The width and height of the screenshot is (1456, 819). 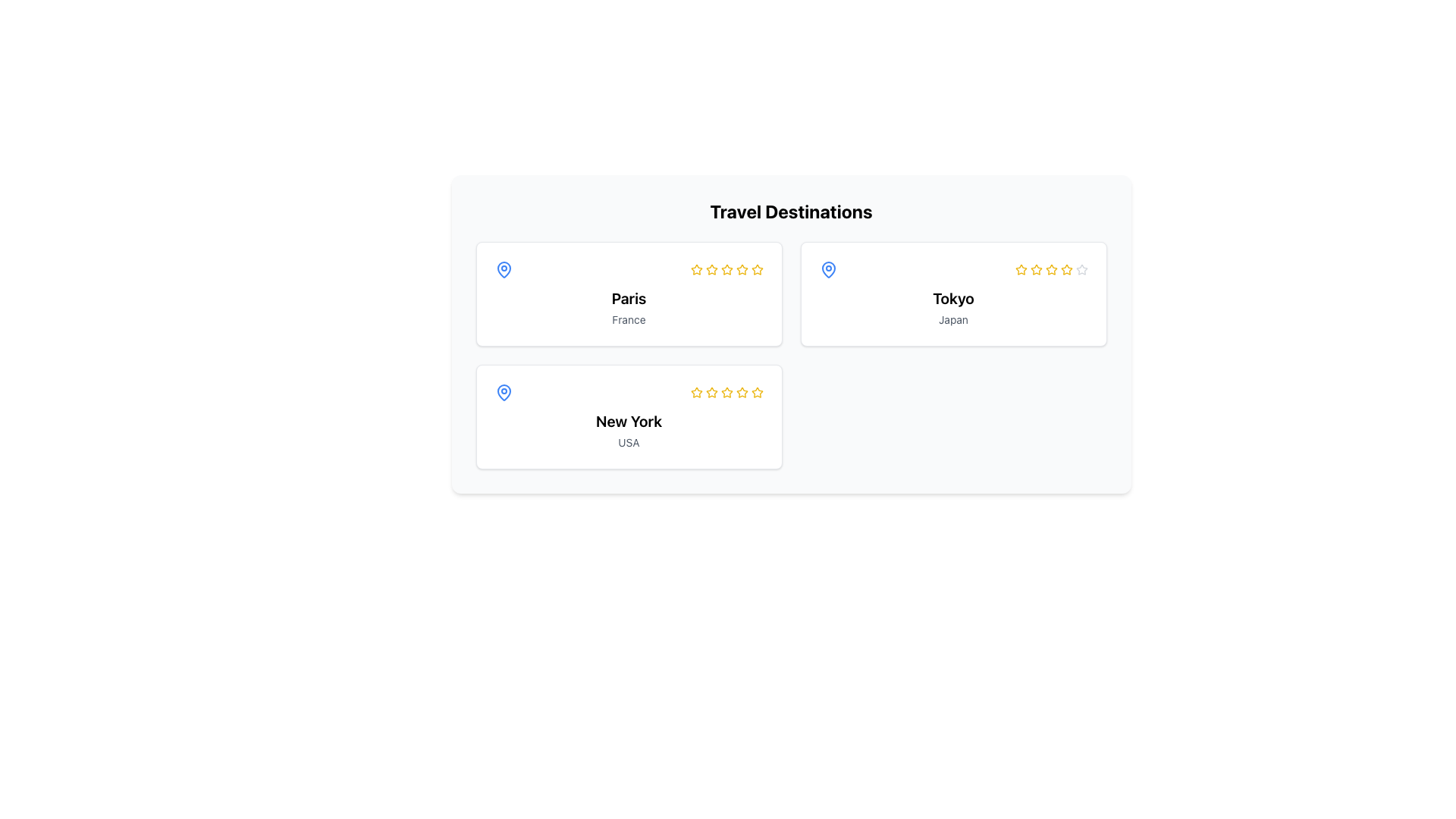 I want to click on text label indicating the country 'France' associated with the destination 'Paris', which is located within the 'Travel Destinations' section and below the 'Paris' card title, so click(x=629, y=318).